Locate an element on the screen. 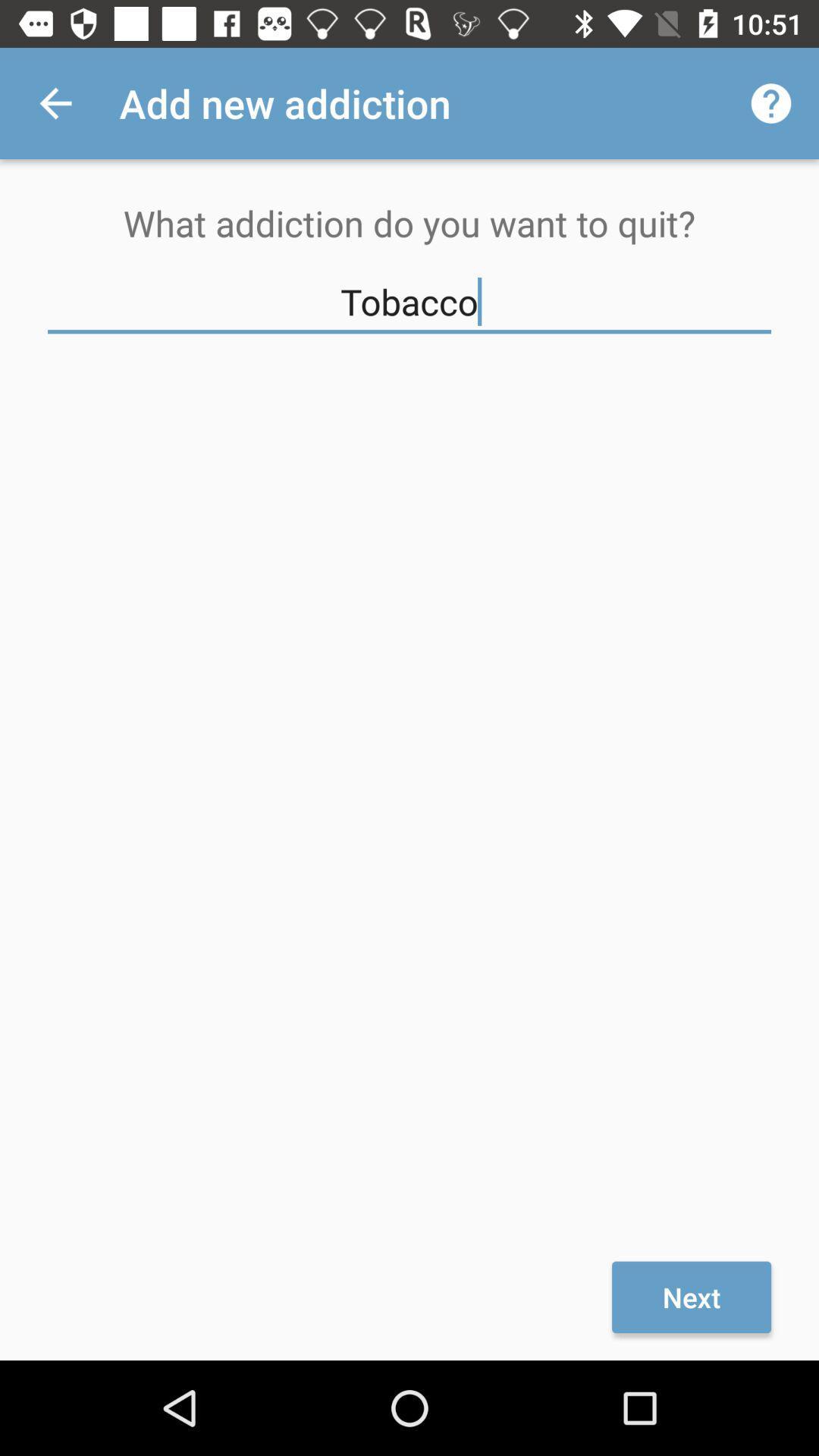 This screenshot has height=1456, width=819. icon below the tobacco is located at coordinates (691, 1296).